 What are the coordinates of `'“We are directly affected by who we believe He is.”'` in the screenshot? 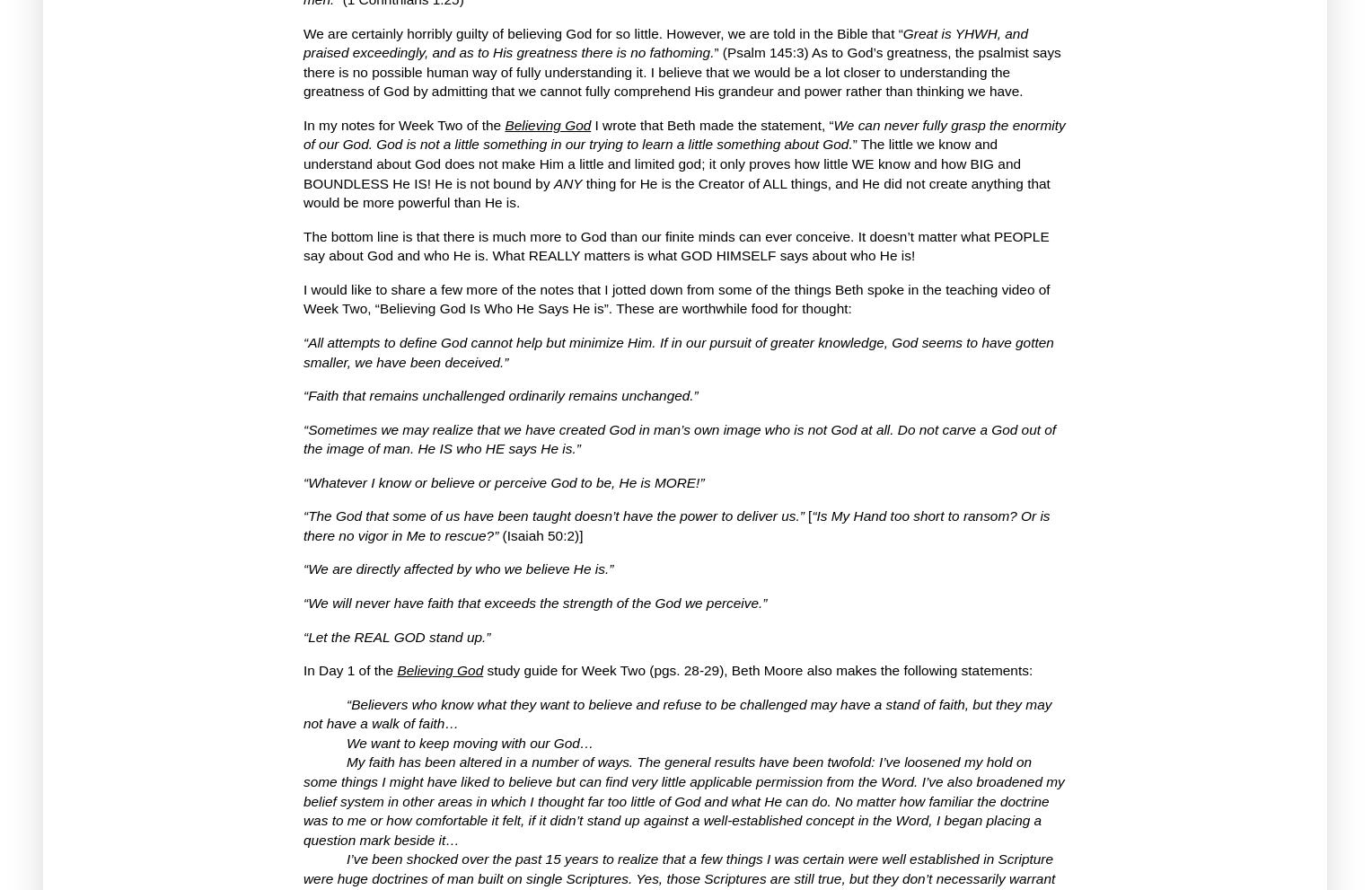 It's located at (302, 568).